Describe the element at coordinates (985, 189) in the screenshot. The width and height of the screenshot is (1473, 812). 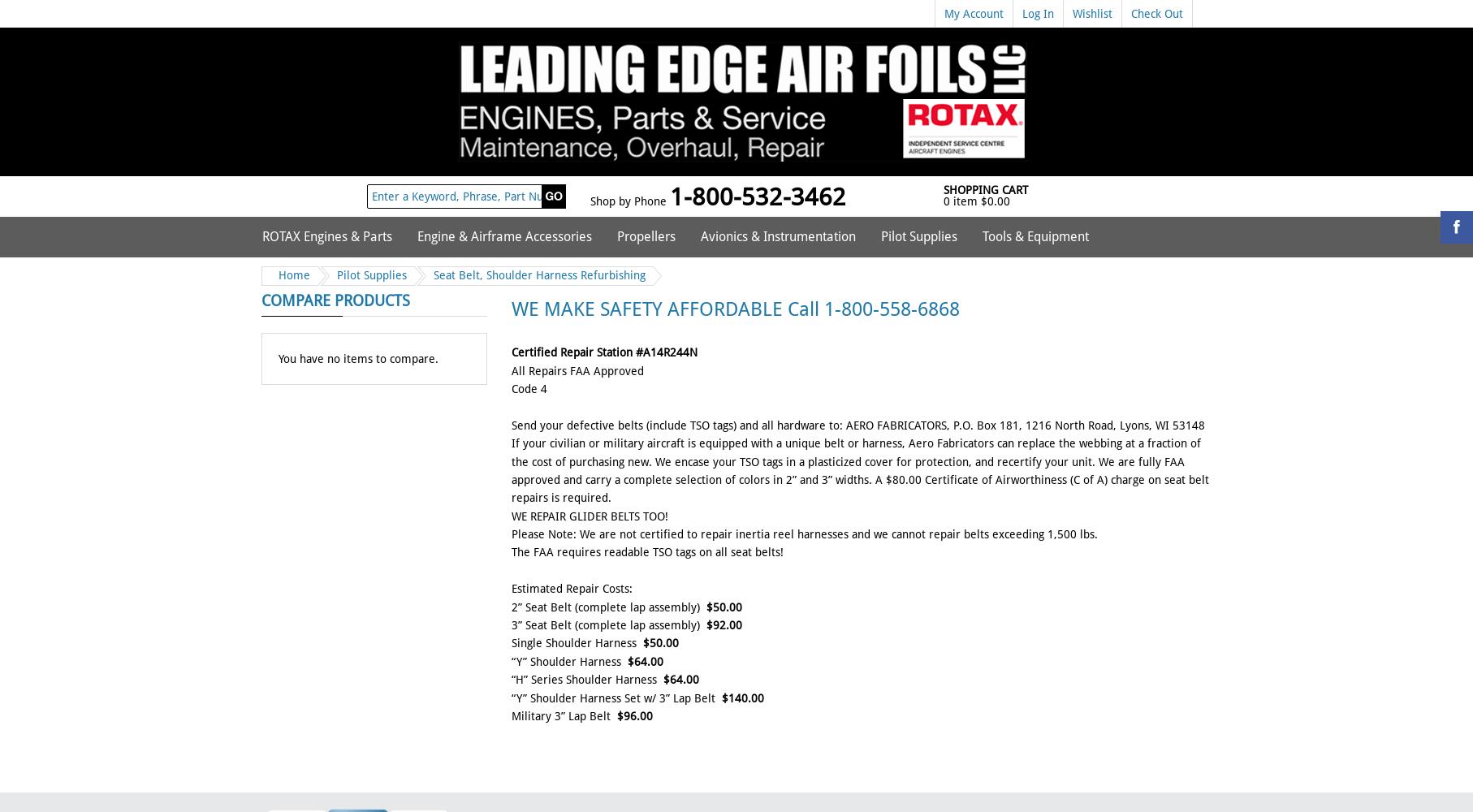
I see `'Shopping Cart'` at that location.